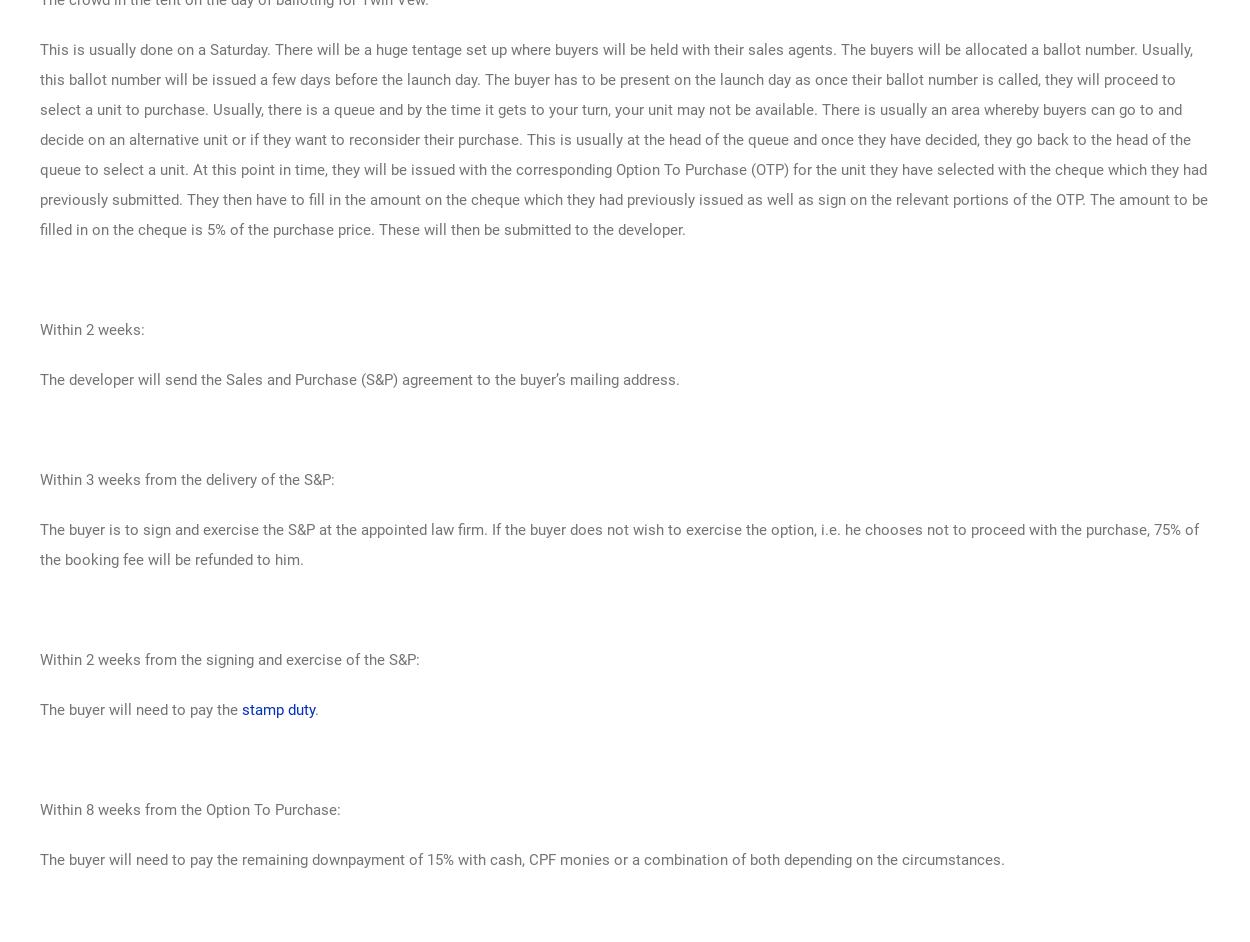 Image resolution: width=1250 pixels, height=942 pixels. What do you see at coordinates (618, 543) in the screenshot?
I see `'The buyer is to sign and exercise the S&P at the appointed law firm. If the buyer does not wish to exercise the option, i.e. he chooses not to proceed with the purchase, 75% of the booking fee will be refunded to him.'` at bounding box center [618, 543].